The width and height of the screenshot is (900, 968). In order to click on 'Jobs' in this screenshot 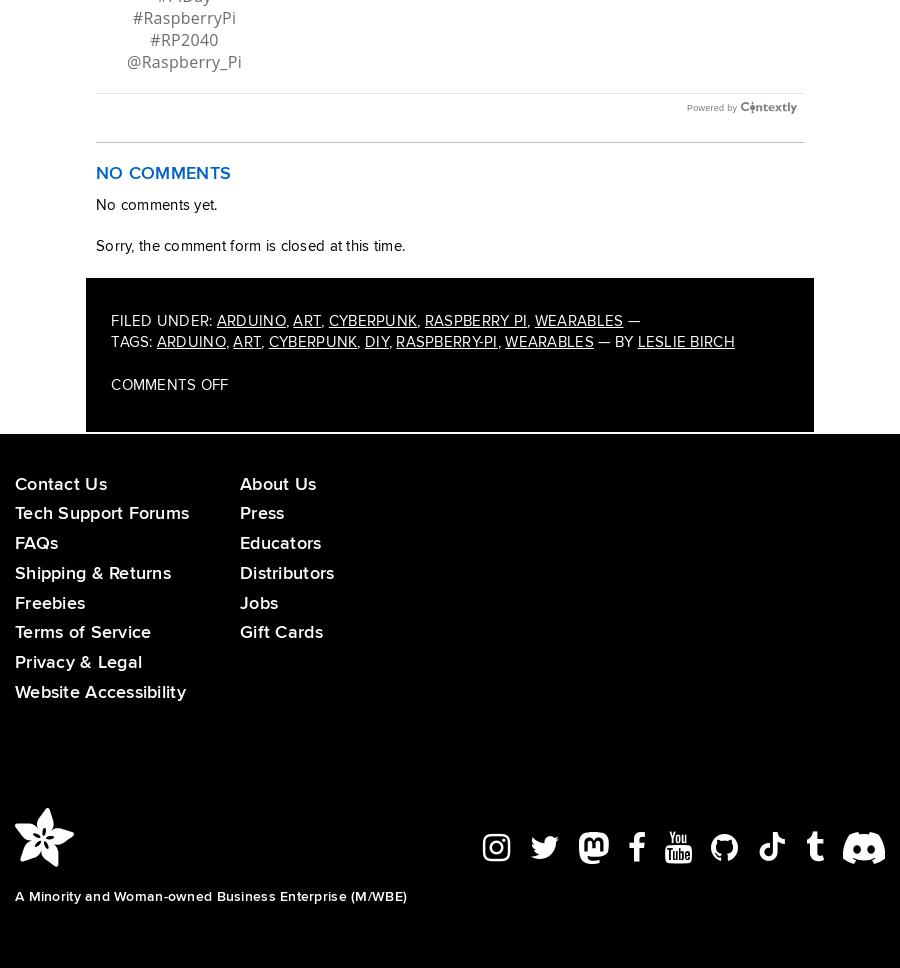, I will do `click(258, 622)`.